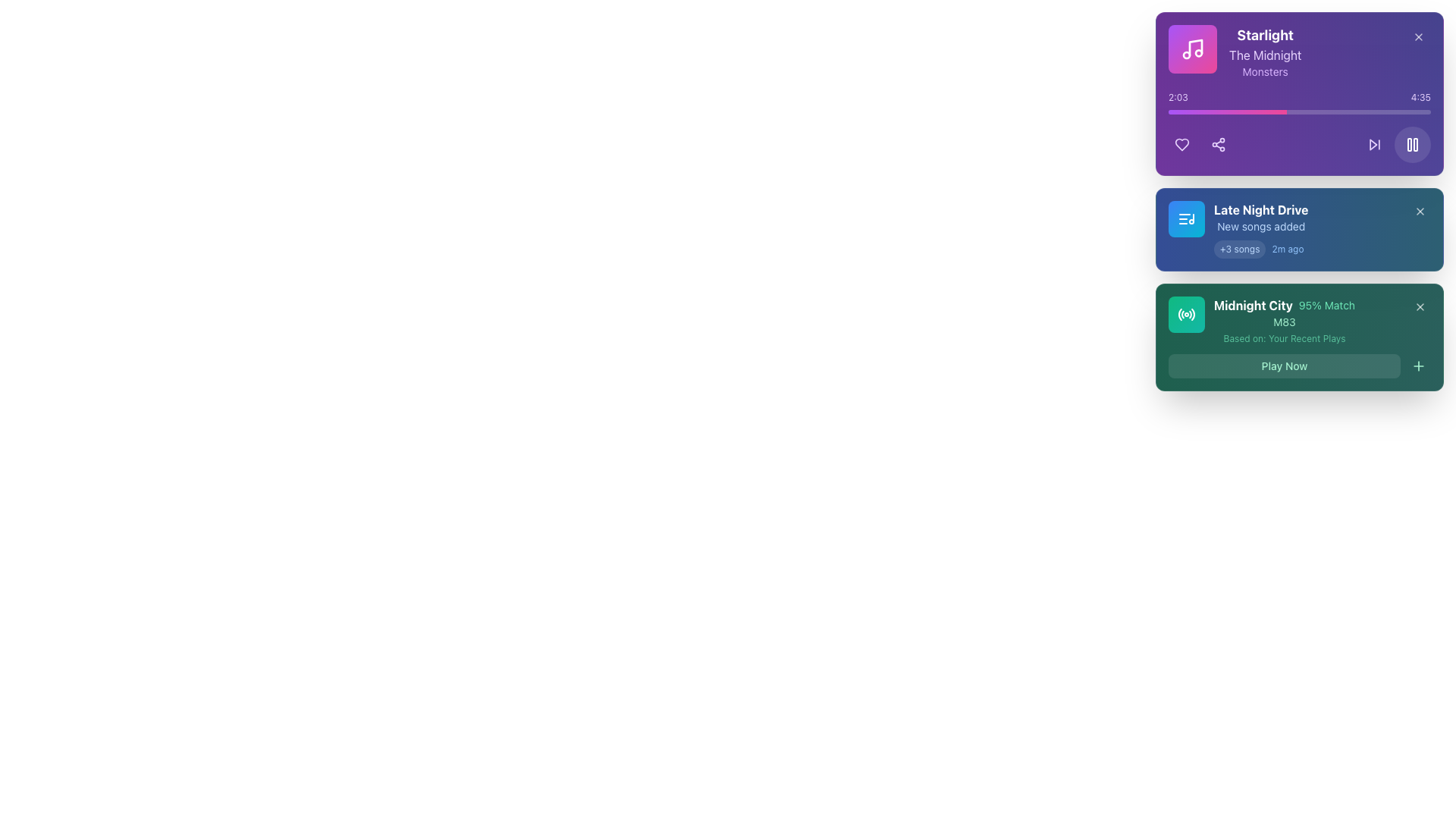  I want to click on the progress bar located beneath the title 'Starlight' and artist 'The Midnight' to jump to a specific time in the ongoing activity, so click(1298, 102).